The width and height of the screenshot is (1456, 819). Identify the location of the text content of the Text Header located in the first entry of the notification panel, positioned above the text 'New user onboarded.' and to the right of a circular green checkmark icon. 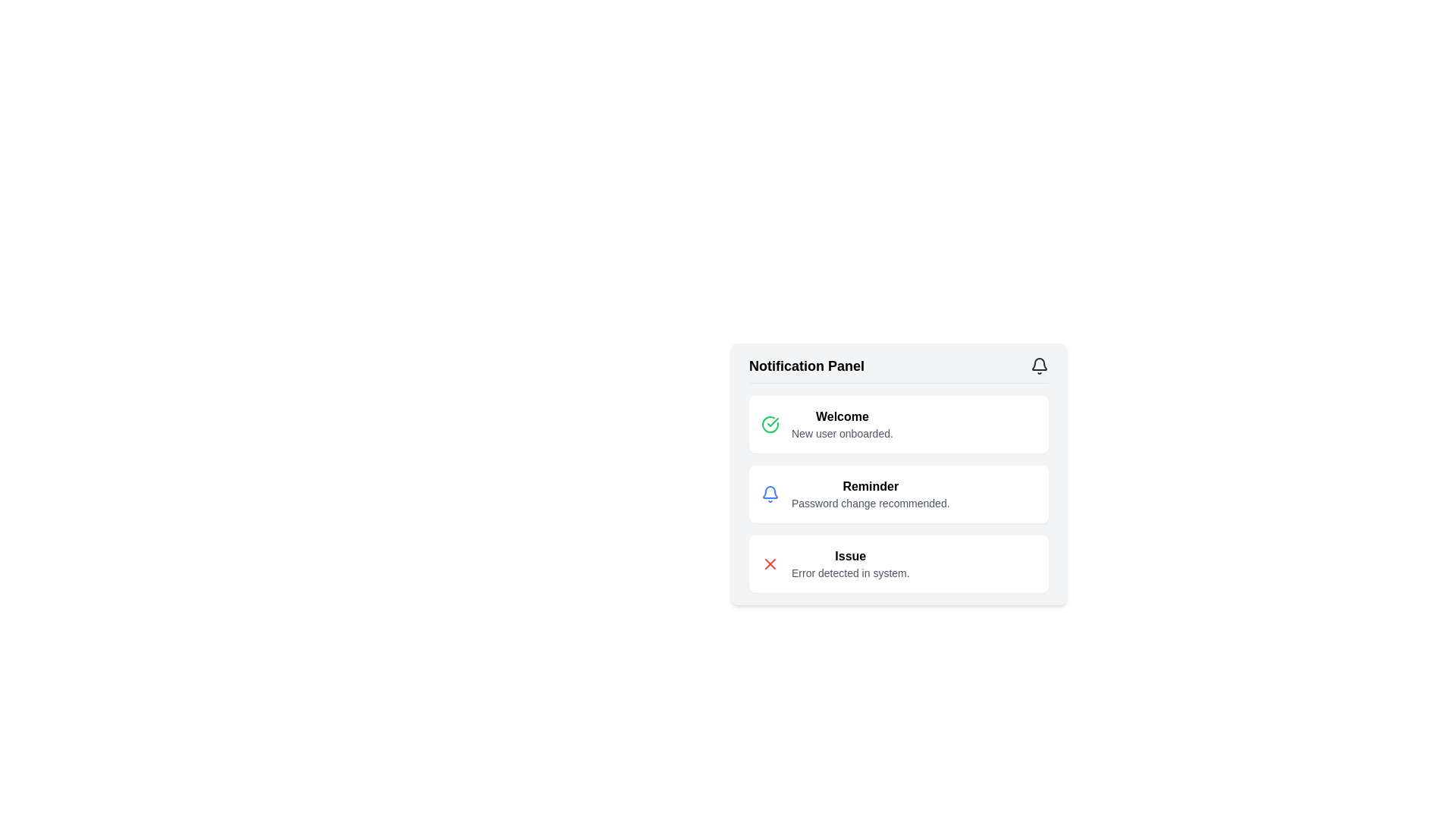
(841, 417).